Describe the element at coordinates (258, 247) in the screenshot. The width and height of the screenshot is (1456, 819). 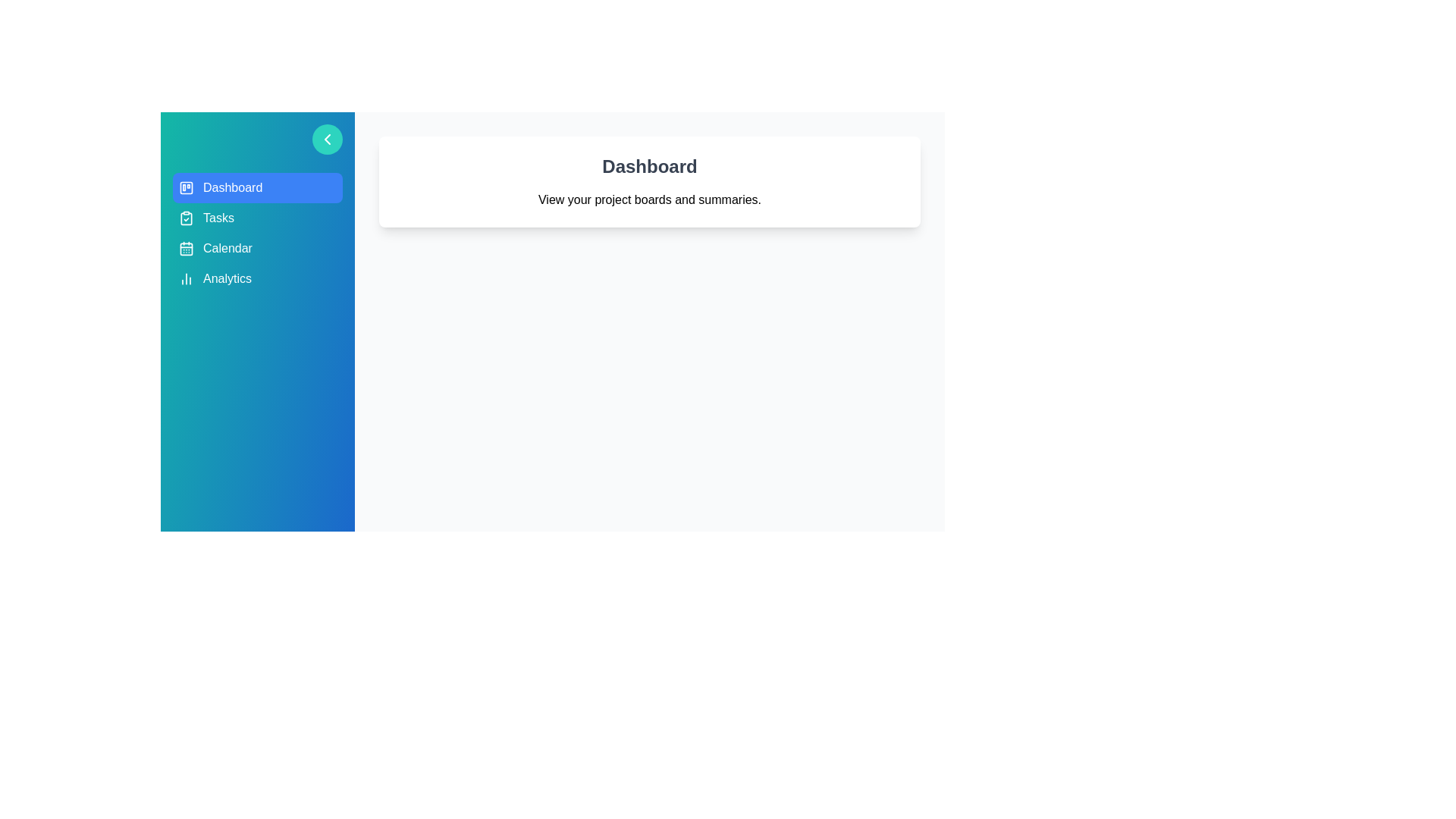
I see `the 'Calendar' menu item in the vertical sidebar` at that location.